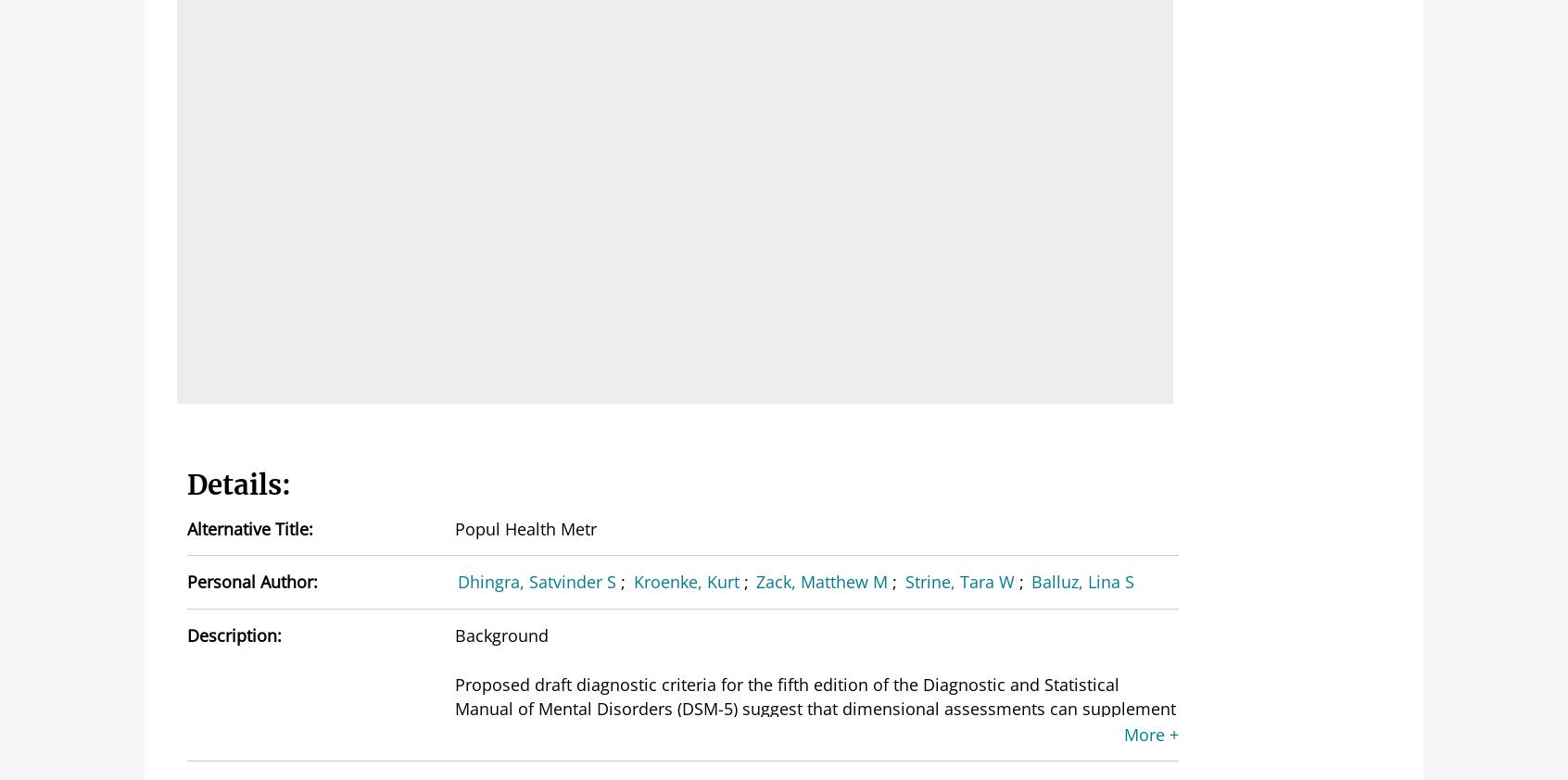 The width and height of the screenshot is (1568, 780). What do you see at coordinates (957, 580) in the screenshot?
I see `'Strine, Tara W'` at bounding box center [957, 580].